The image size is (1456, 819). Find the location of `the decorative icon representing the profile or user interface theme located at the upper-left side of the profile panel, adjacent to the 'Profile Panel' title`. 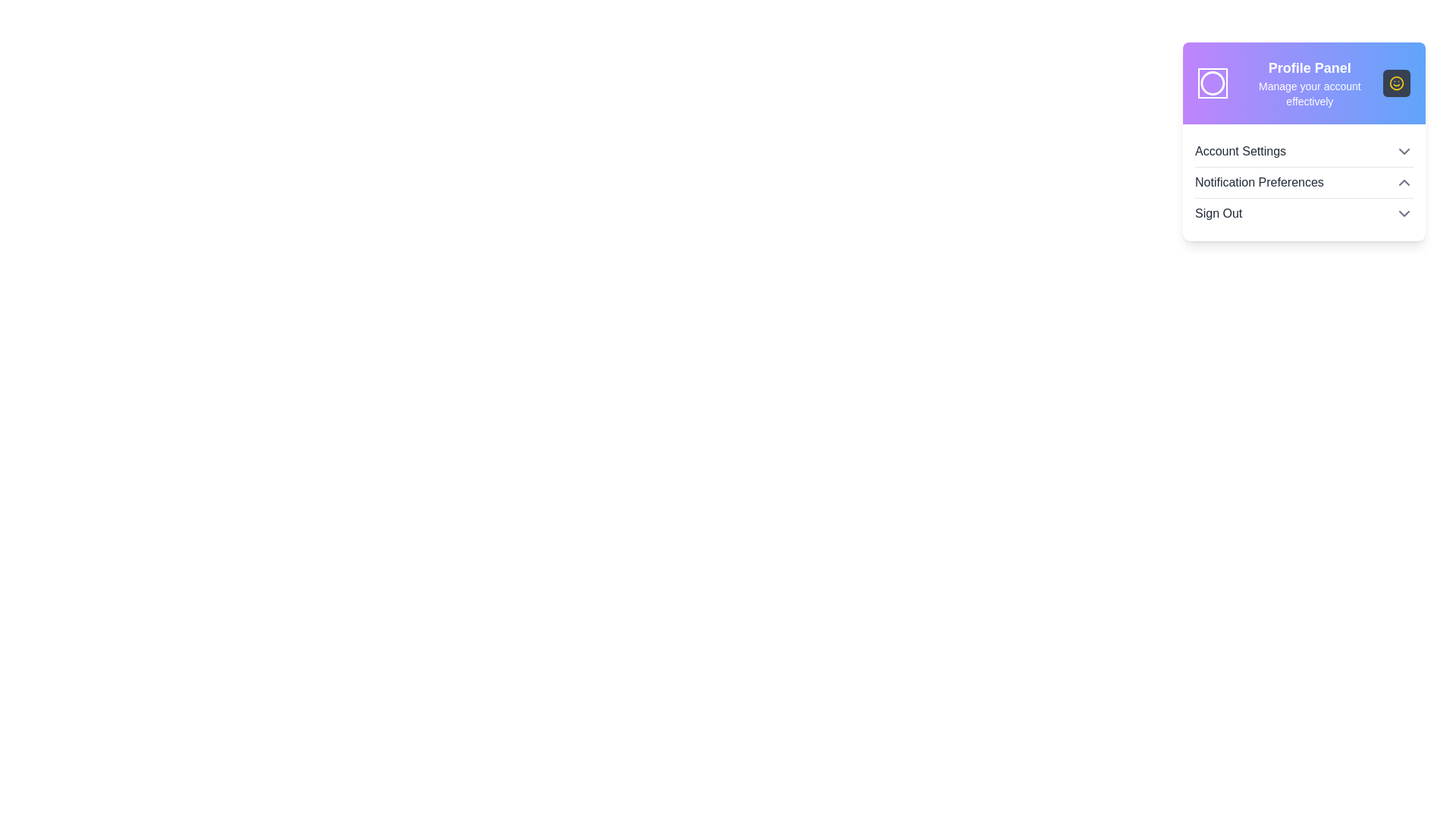

the decorative icon representing the profile or user interface theme located at the upper-left side of the profile panel, adjacent to the 'Profile Panel' title is located at coordinates (1212, 83).